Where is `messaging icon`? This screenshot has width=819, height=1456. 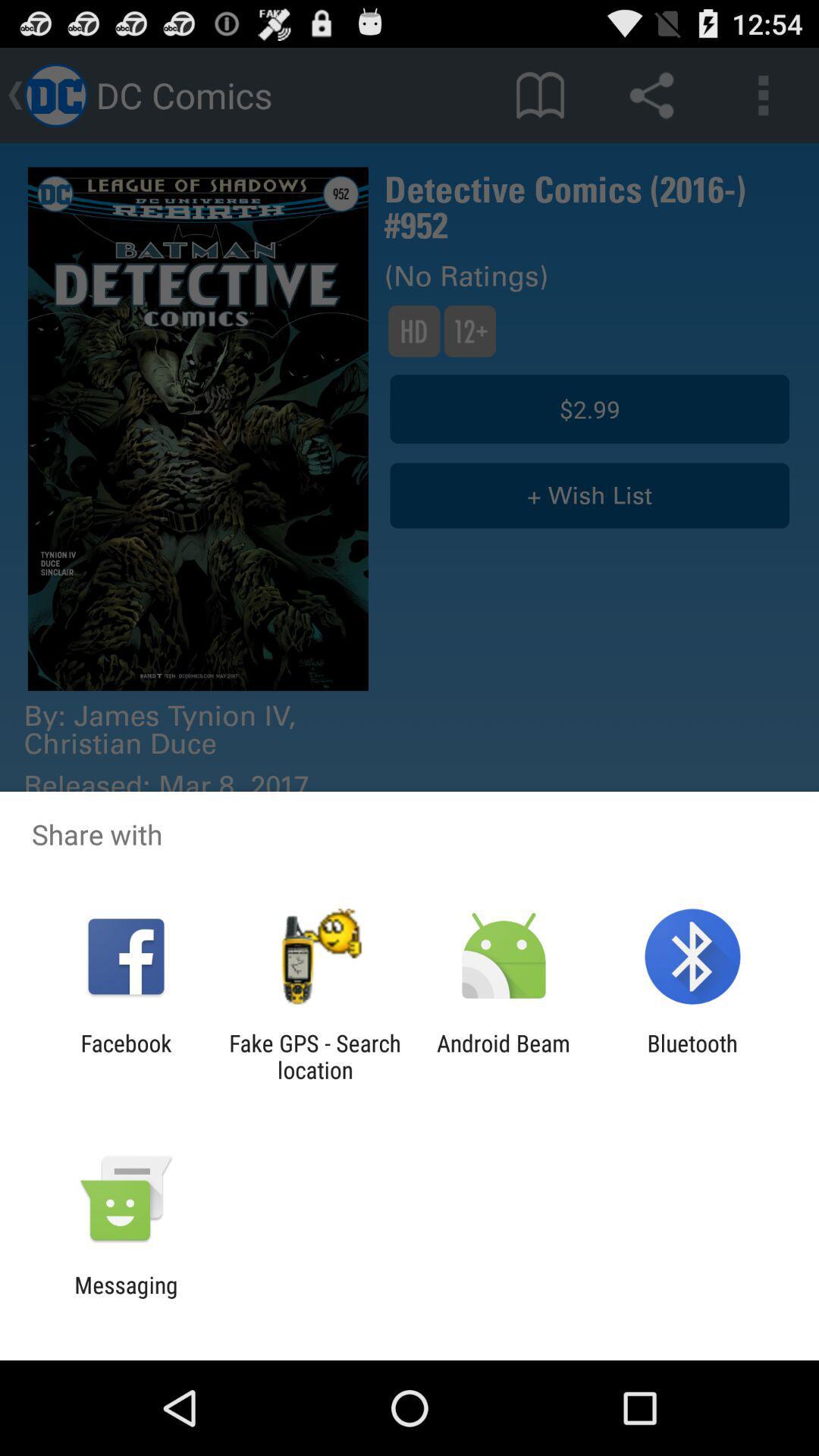
messaging icon is located at coordinates (125, 1298).